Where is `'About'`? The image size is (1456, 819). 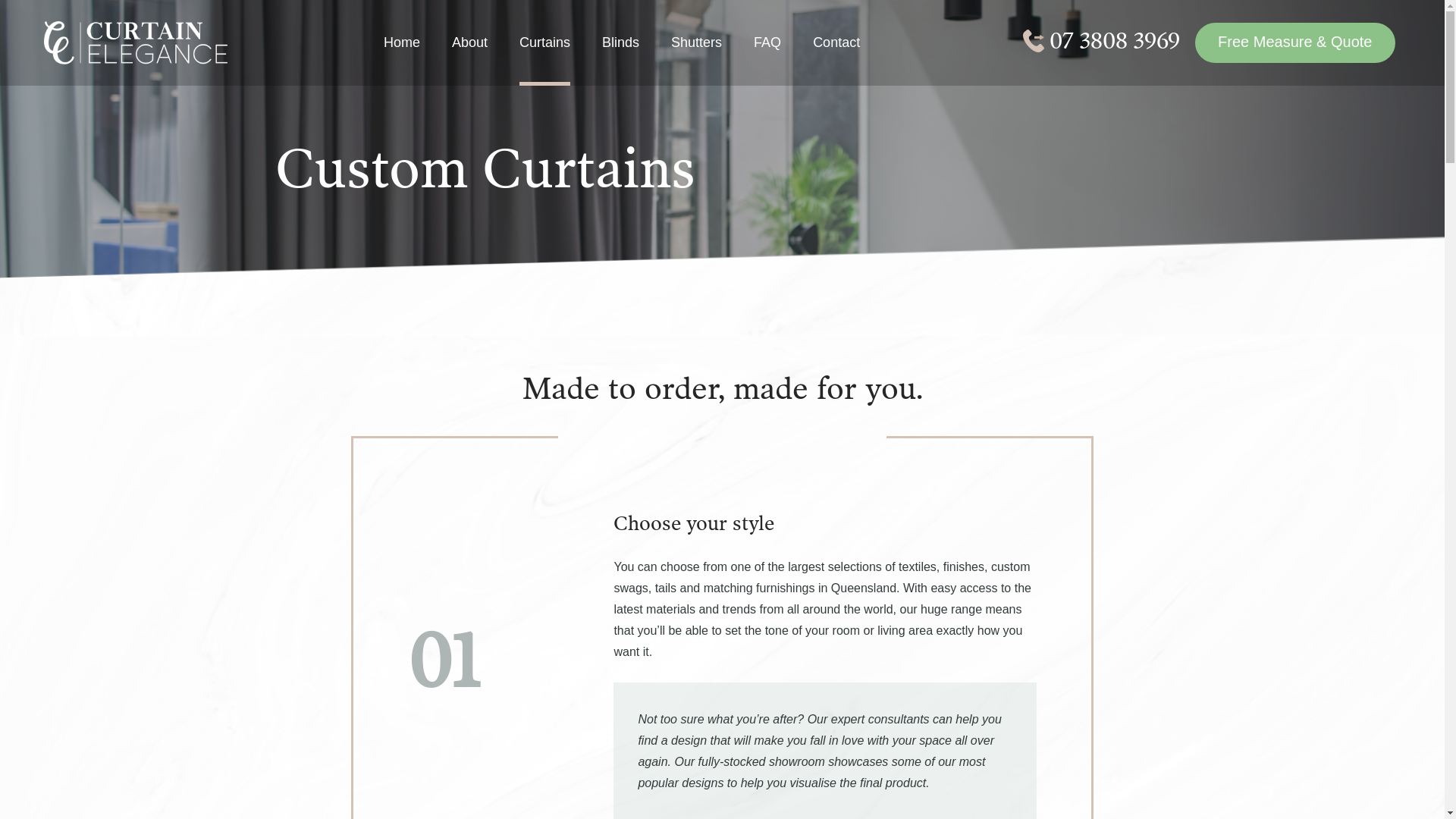 'About' is located at coordinates (469, 58).